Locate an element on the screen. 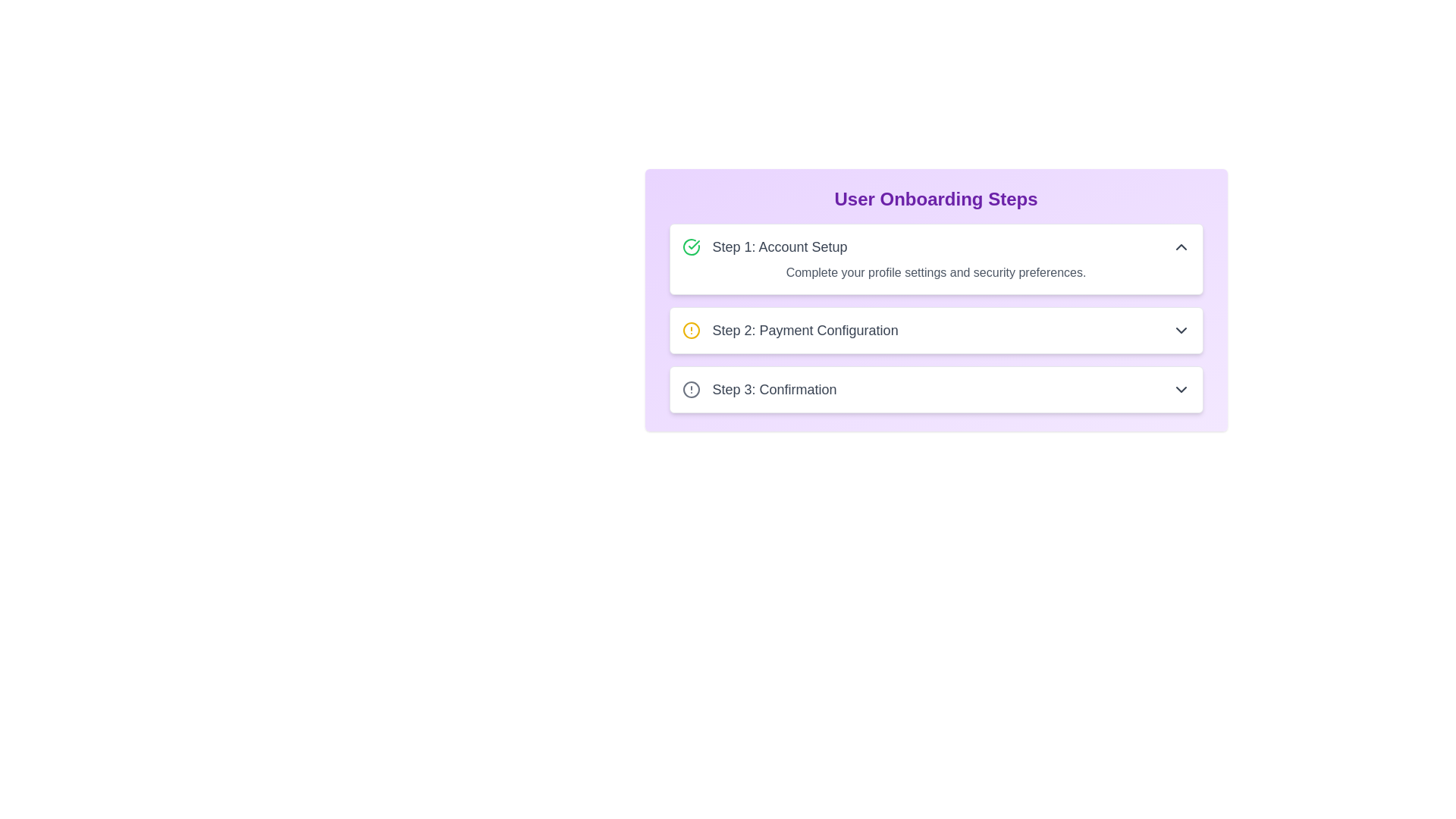 This screenshot has width=1456, height=819. text 'User Onboarding Steps' displayed prominently in a large, bold, purple font at the top of the onboarding section is located at coordinates (935, 198).